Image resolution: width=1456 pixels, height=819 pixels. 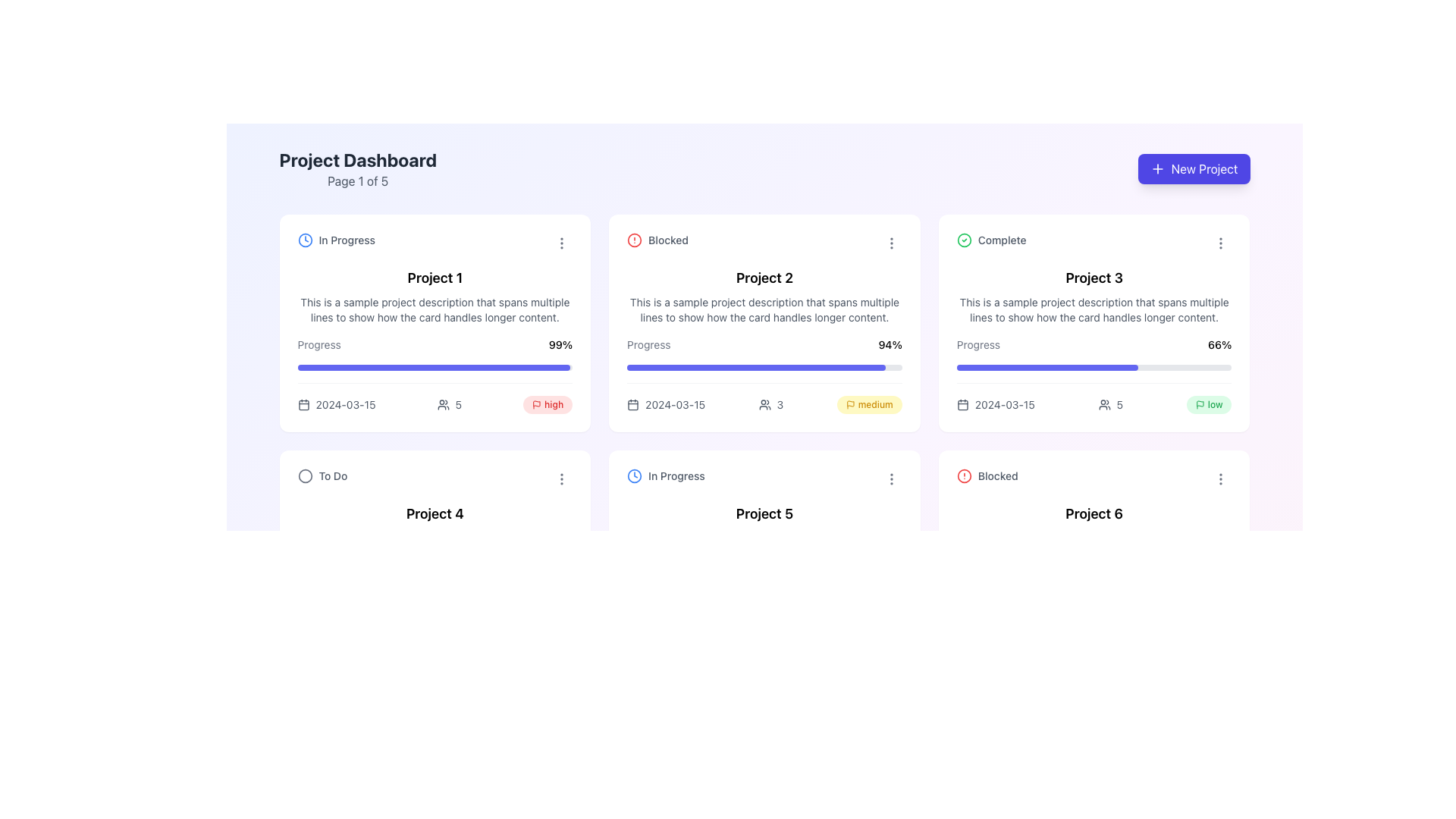 I want to click on contextual description provided by the text label located in the middle section of the 'Project 1' card, beneath the title and above the progress bar, so click(x=434, y=309).